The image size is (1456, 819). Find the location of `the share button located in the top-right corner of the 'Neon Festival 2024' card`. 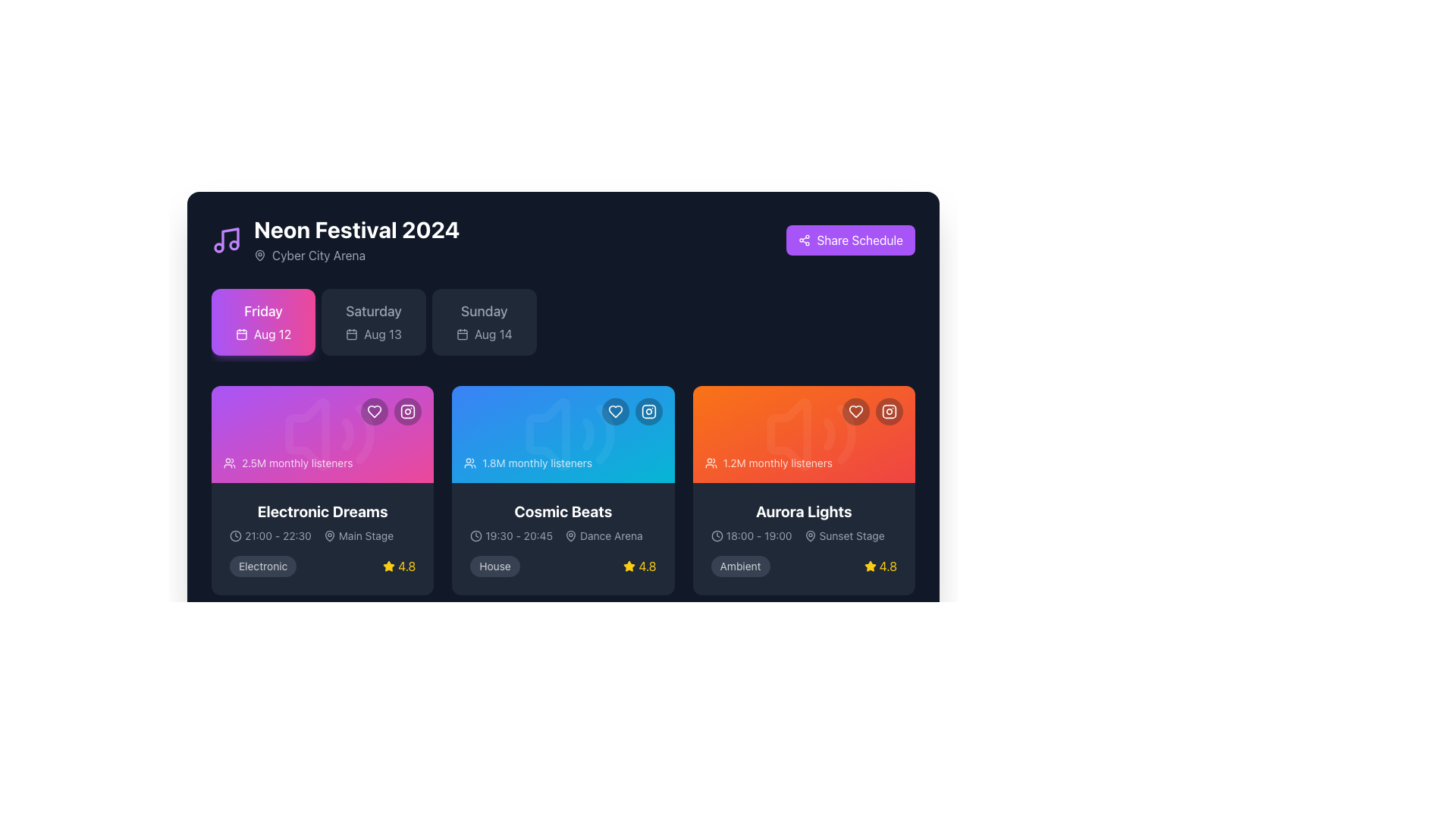

the share button located in the top-right corner of the 'Neon Festival 2024' card is located at coordinates (851, 239).